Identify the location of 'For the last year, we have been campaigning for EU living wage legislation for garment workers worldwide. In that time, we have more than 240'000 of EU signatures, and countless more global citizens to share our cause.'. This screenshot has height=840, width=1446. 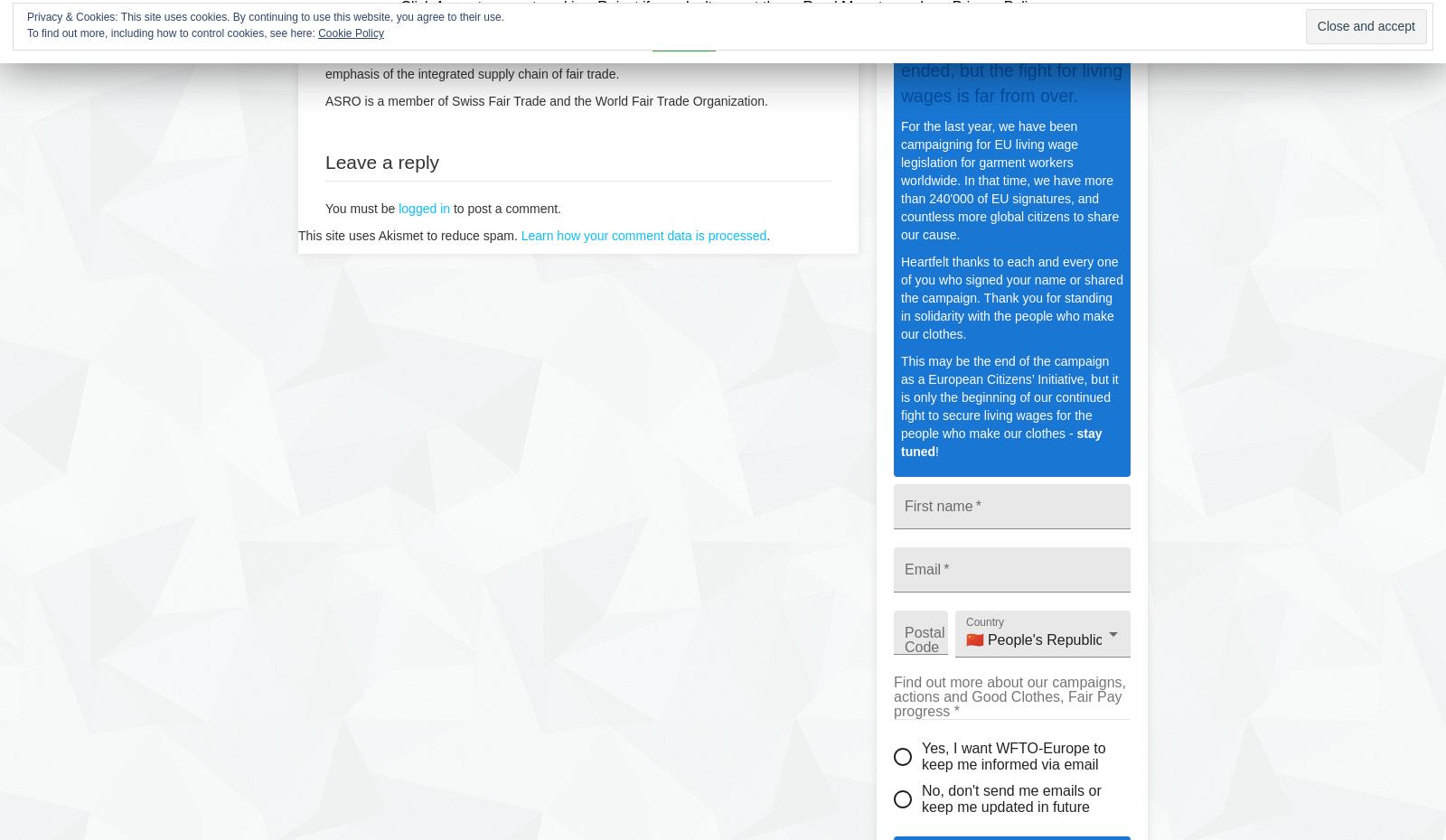
(899, 180).